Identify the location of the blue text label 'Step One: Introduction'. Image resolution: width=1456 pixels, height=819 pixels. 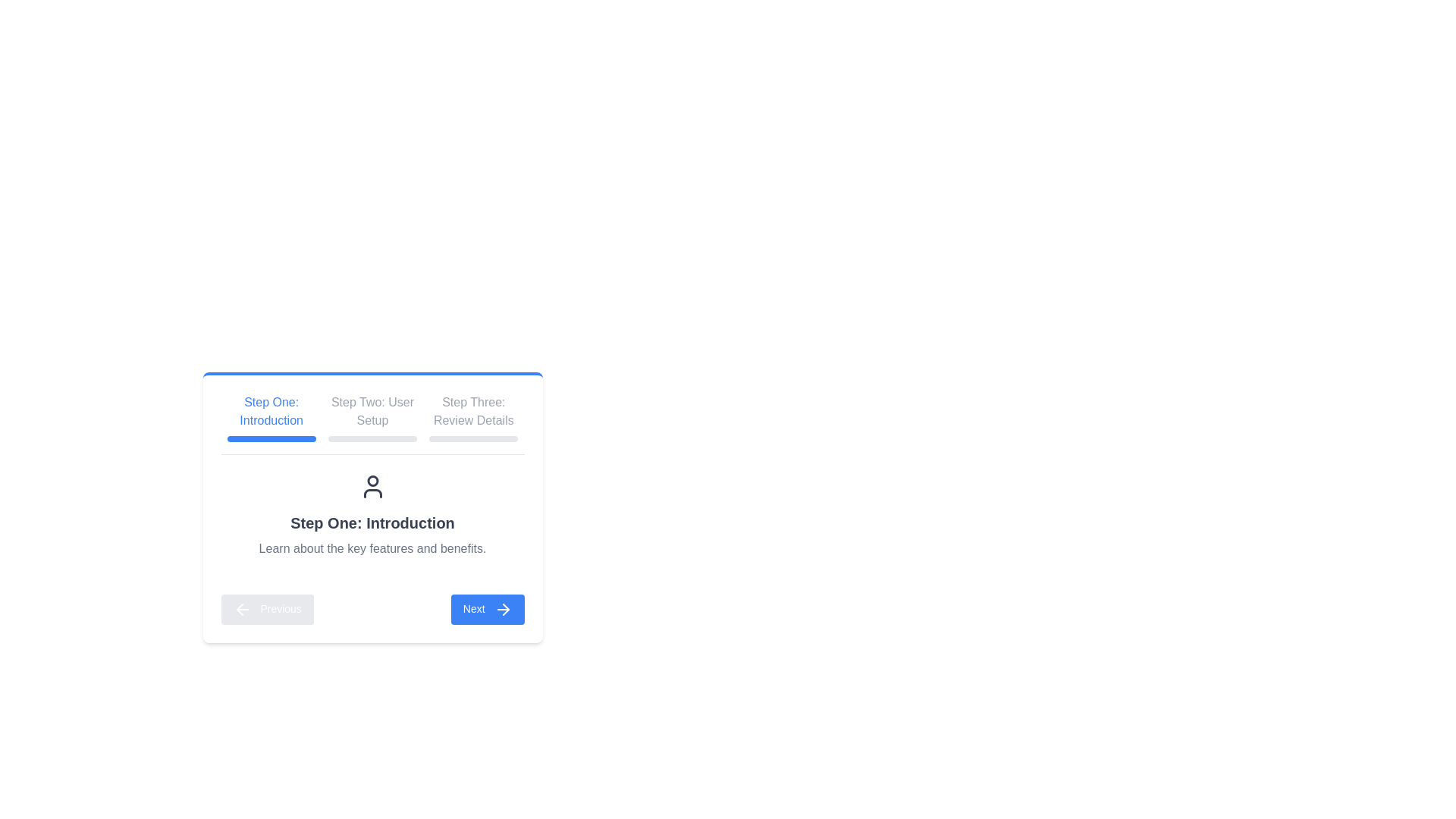
(271, 418).